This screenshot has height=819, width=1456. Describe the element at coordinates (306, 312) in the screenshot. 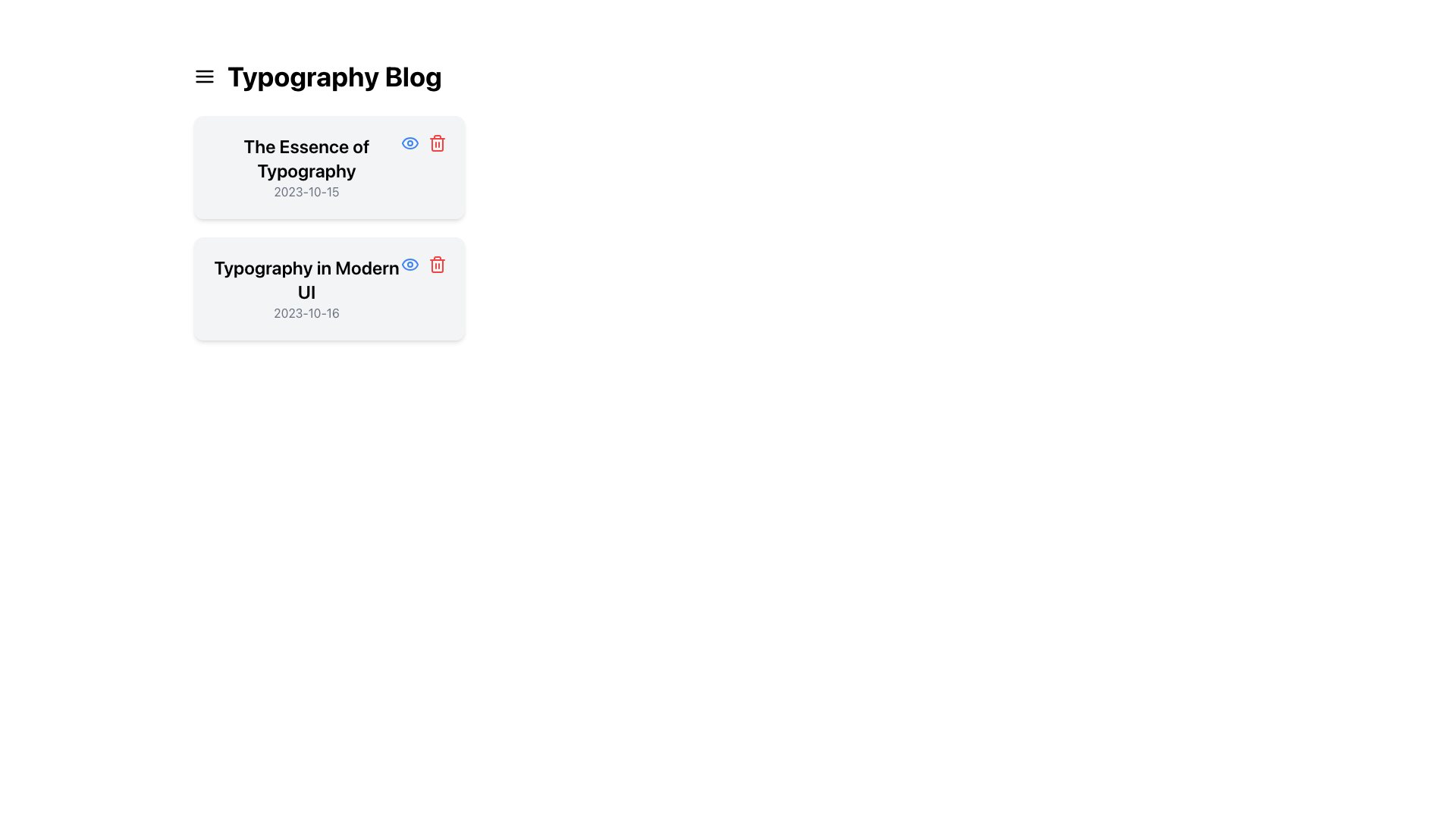

I see `the text label displaying the publication date of the article titled 'Typography in Modern UI', which is centrally aligned within the second card of the list` at that location.